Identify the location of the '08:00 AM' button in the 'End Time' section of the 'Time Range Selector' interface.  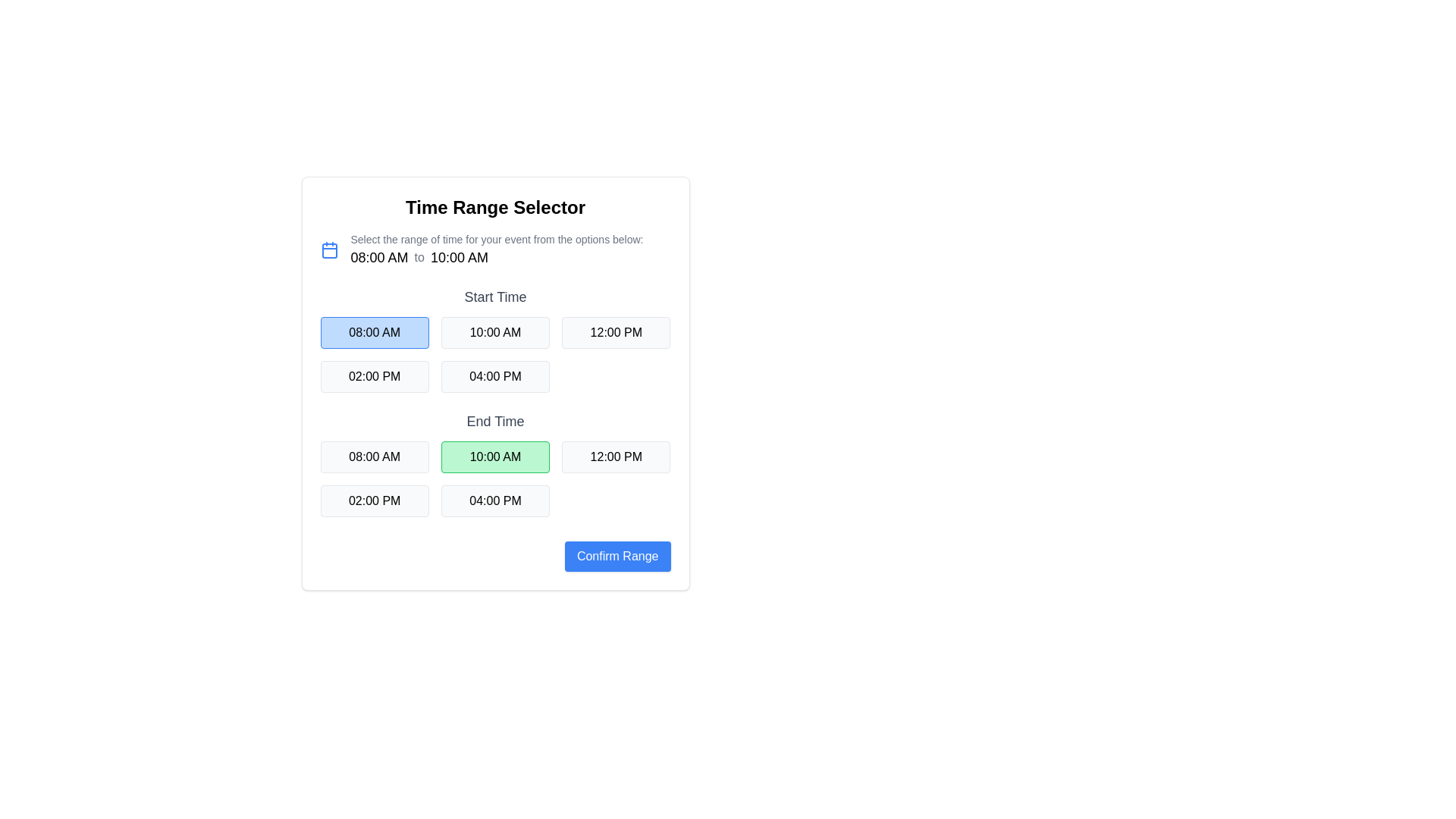
(375, 456).